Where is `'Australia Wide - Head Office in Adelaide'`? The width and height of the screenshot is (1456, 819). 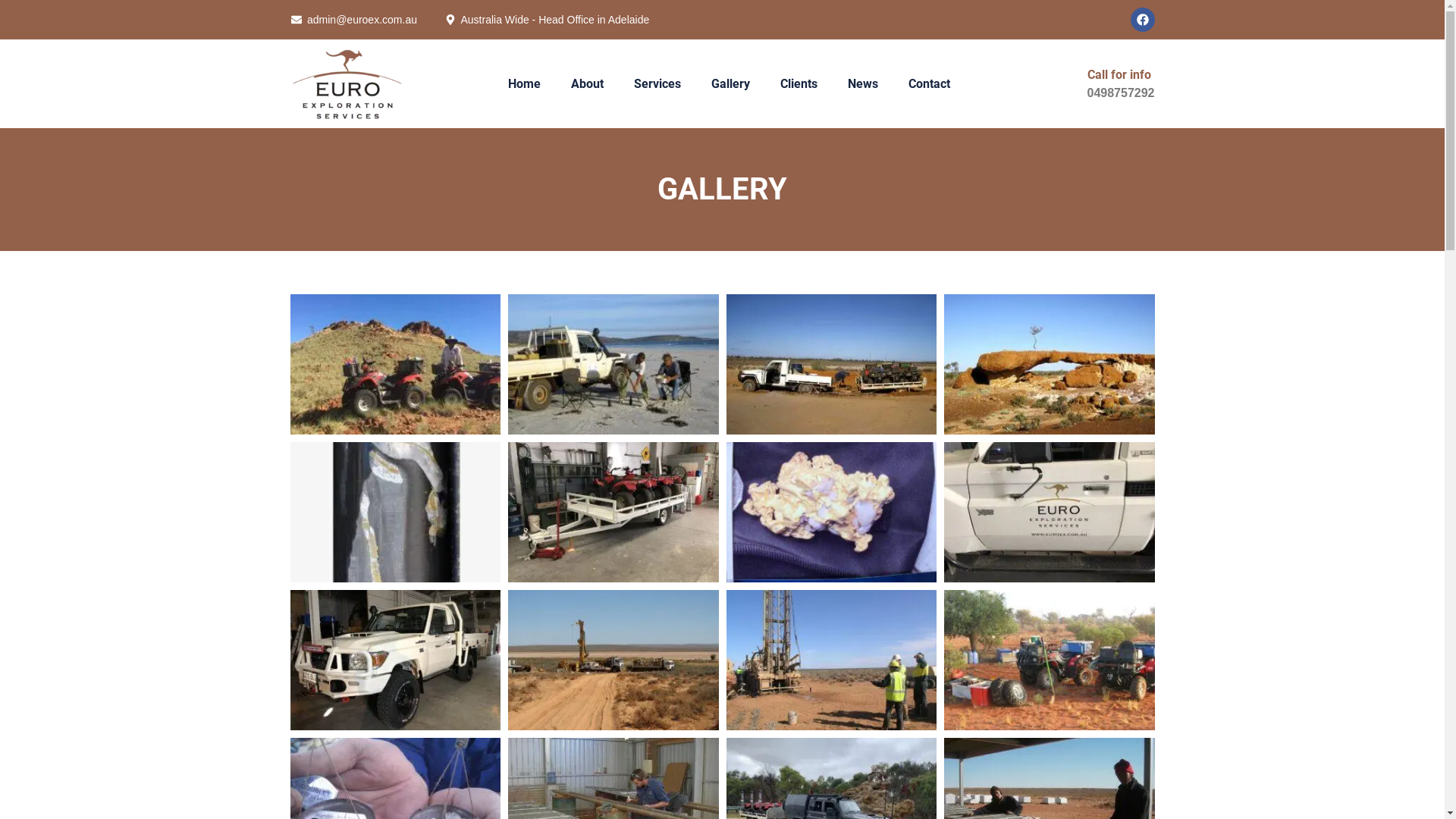
'Australia Wide - Head Office in Adelaide' is located at coordinates (443, 20).